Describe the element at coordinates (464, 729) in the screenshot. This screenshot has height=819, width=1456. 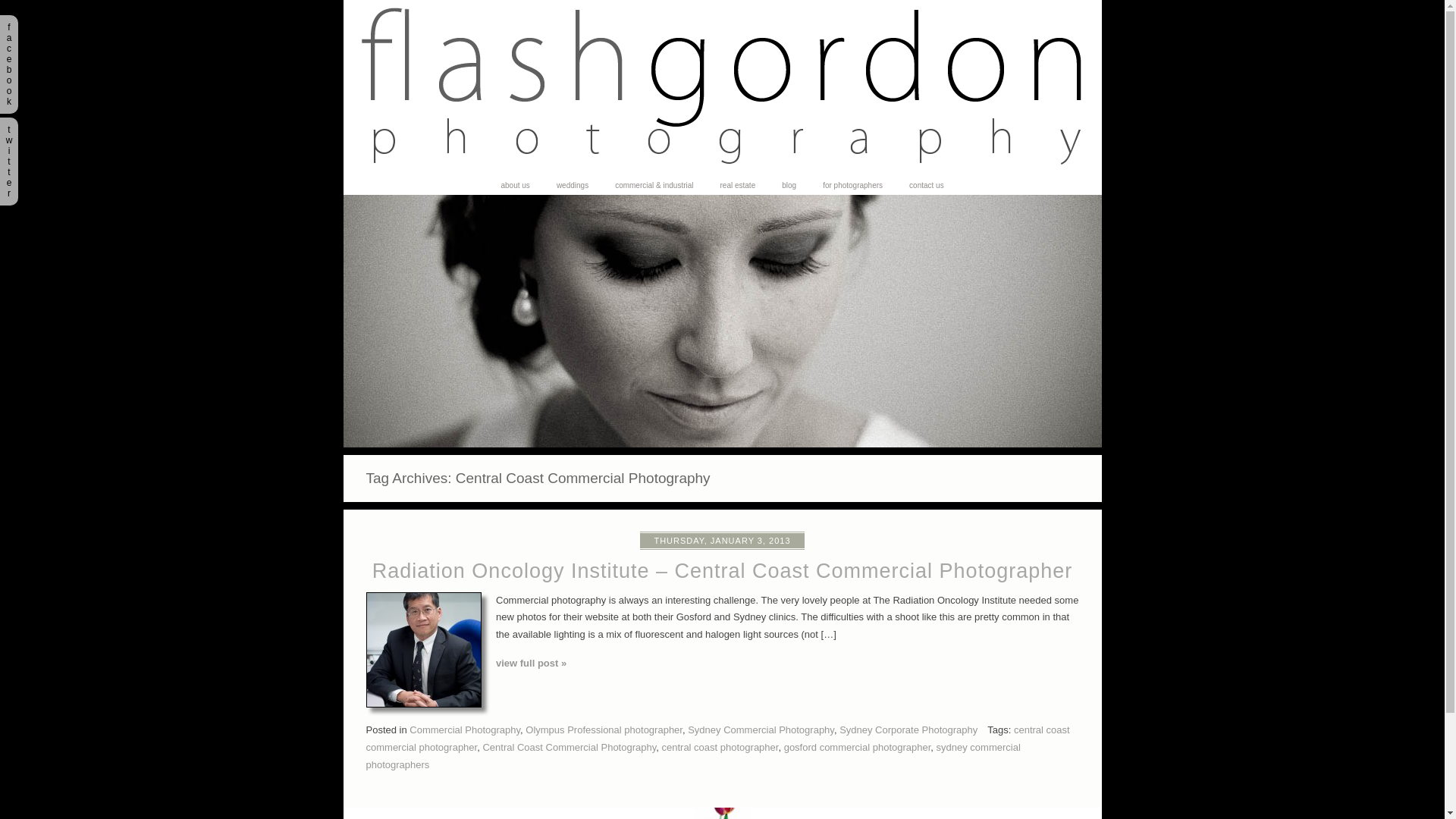
I see `'Commercial Photography'` at that location.